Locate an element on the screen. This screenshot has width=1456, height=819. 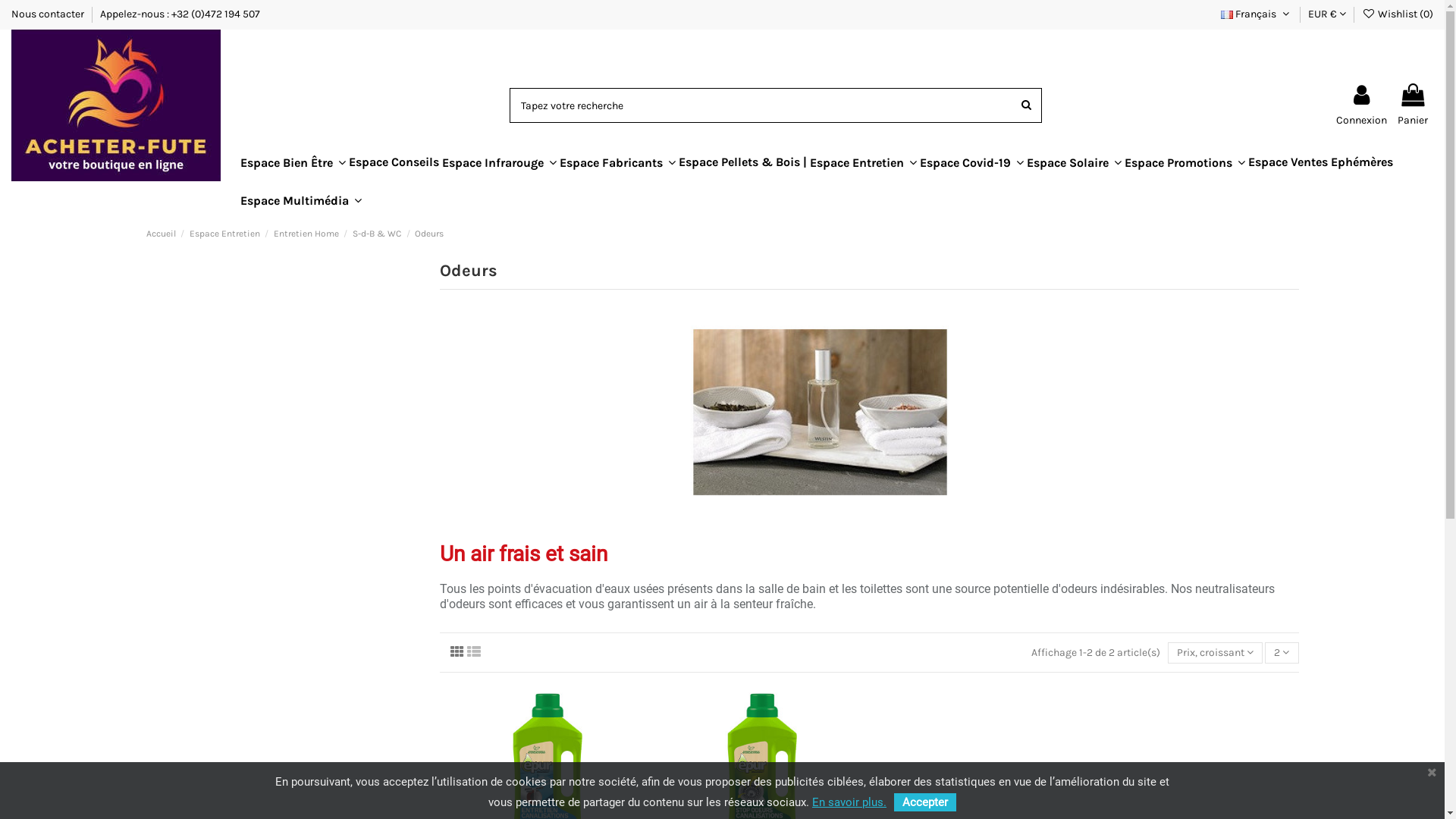
'Accepter' is located at coordinates (894, 801).